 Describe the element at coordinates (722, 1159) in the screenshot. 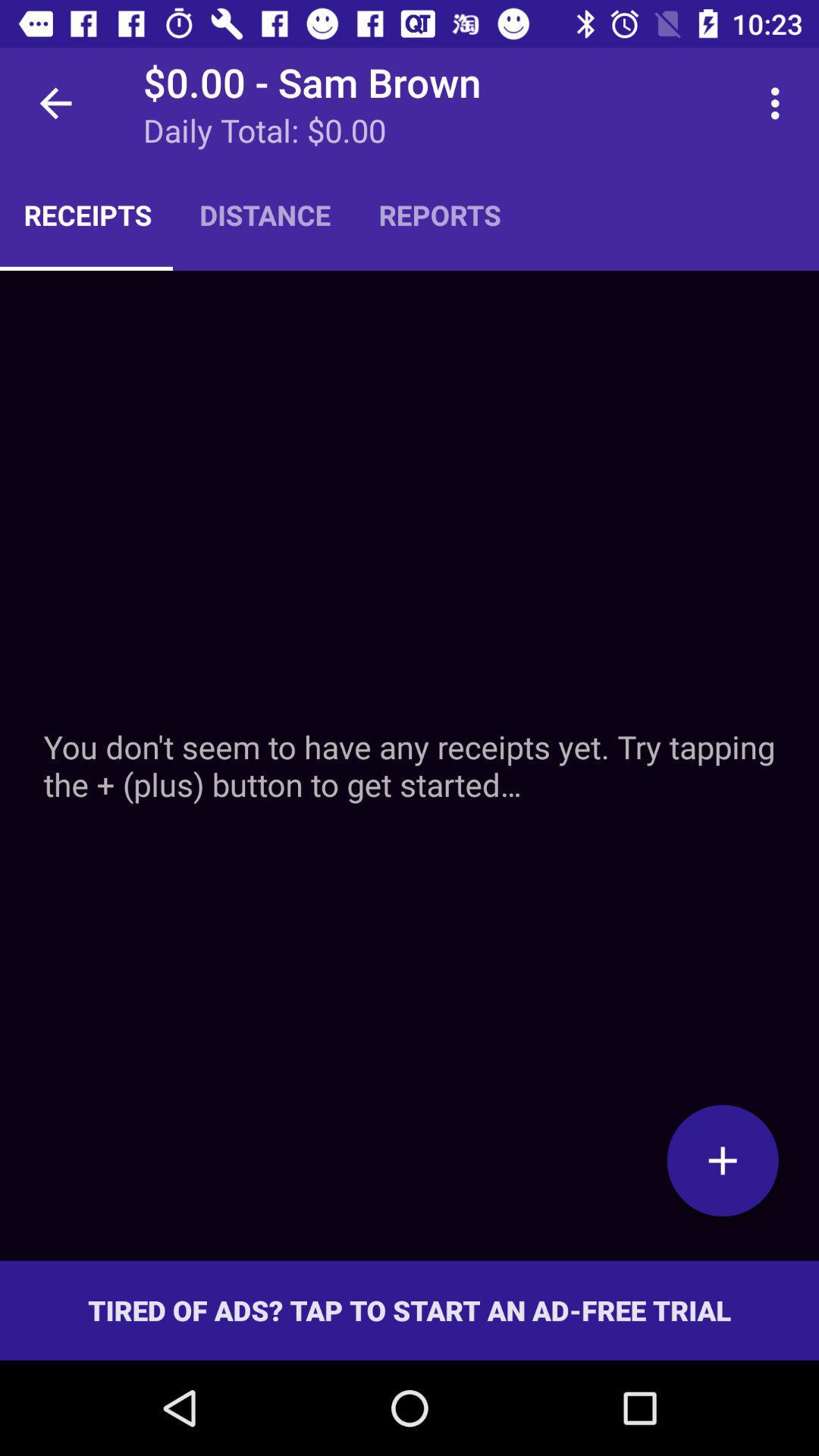

I see `the item above tired of ads icon` at that location.